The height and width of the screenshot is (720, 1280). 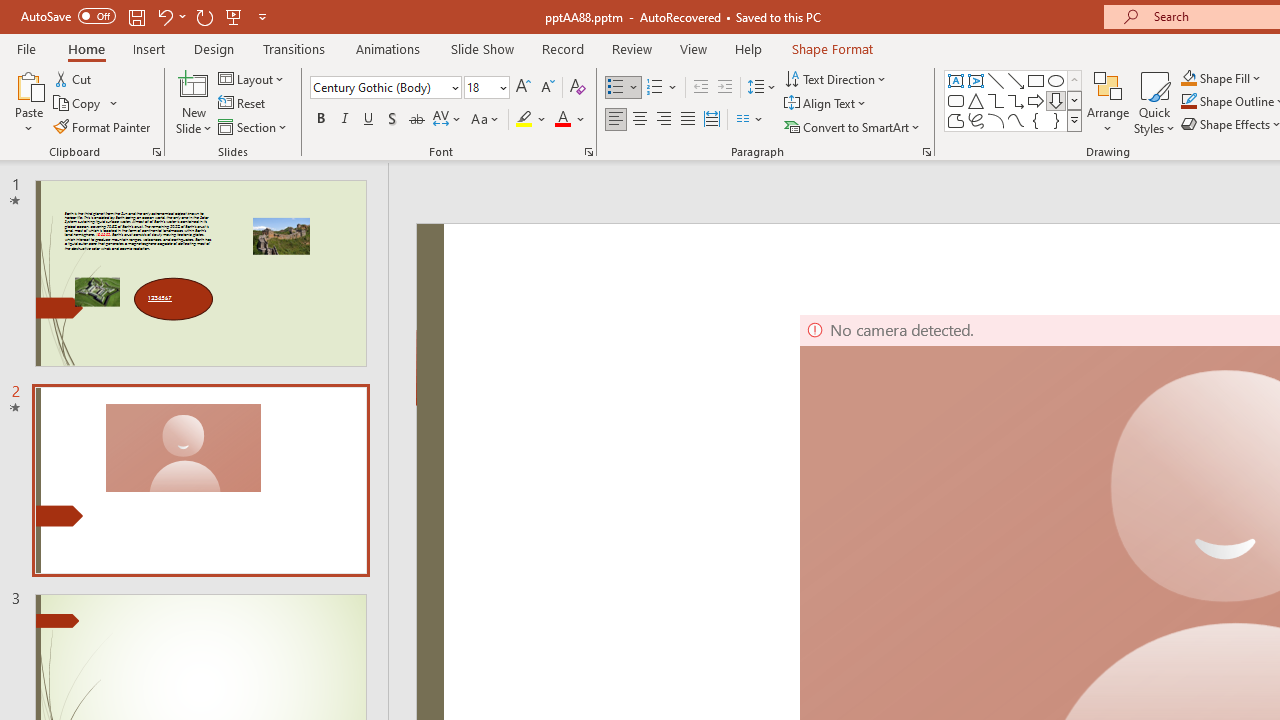 What do you see at coordinates (1016, 100) in the screenshot?
I see `'Connector: Elbow Arrow'` at bounding box center [1016, 100].